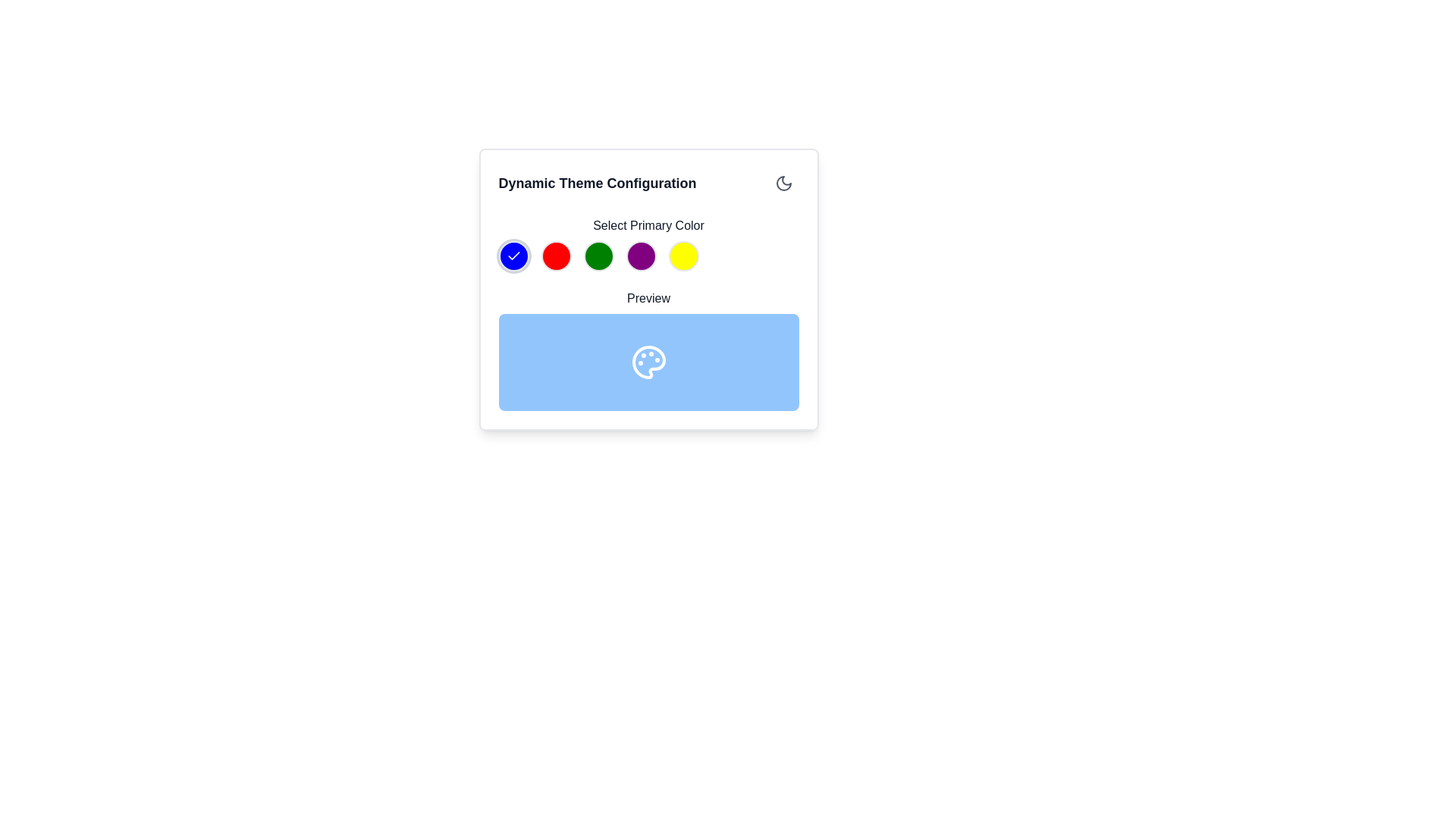 This screenshot has width=1456, height=819. What do you see at coordinates (513, 255) in the screenshot?
I see `the blue circular checkmark icon located in the top-left section of the modal interface beneath the 'Select Primary Color' label` at bounding box center [513, 255].